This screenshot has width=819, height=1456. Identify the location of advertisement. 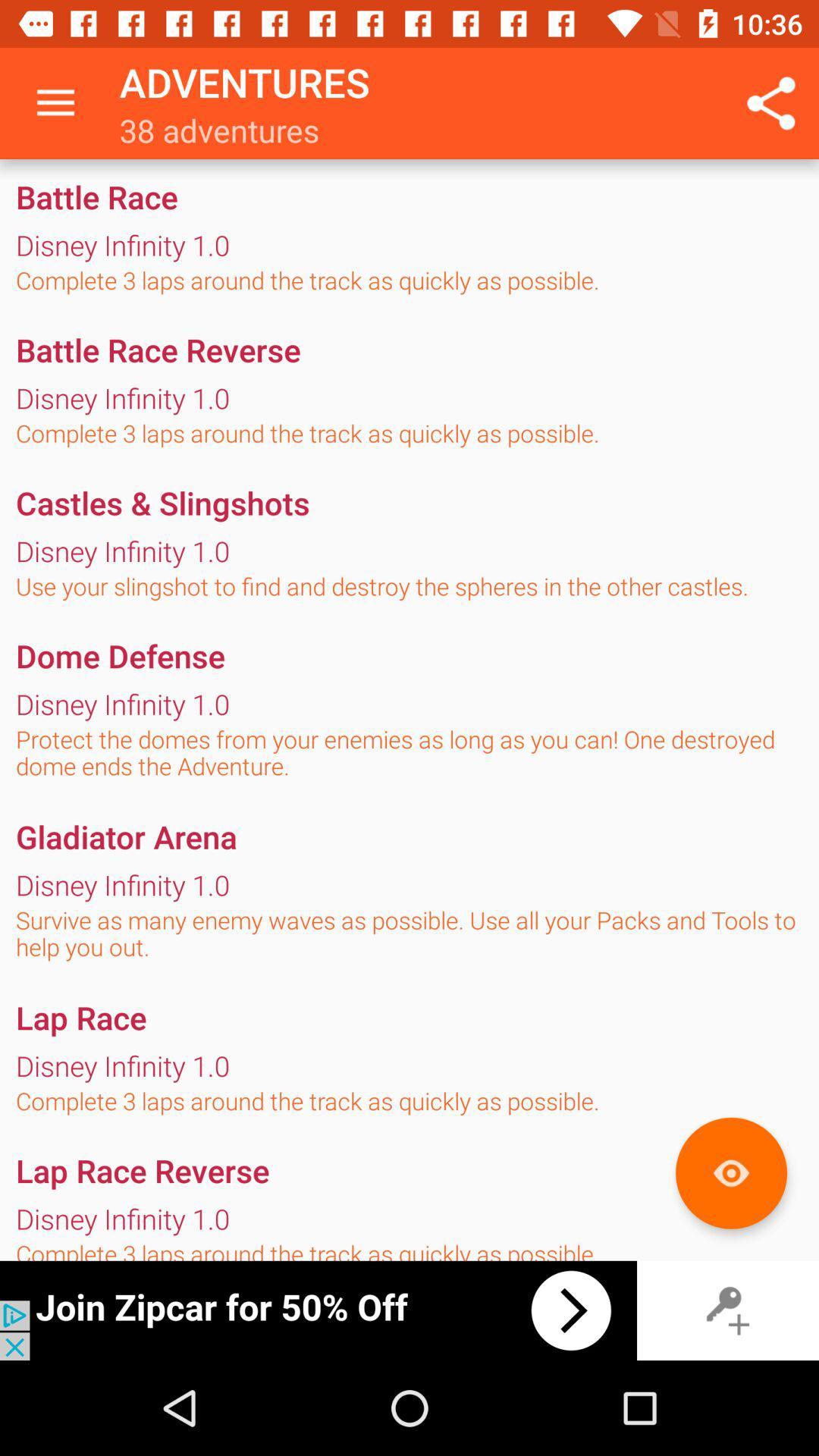
(318, 1310).